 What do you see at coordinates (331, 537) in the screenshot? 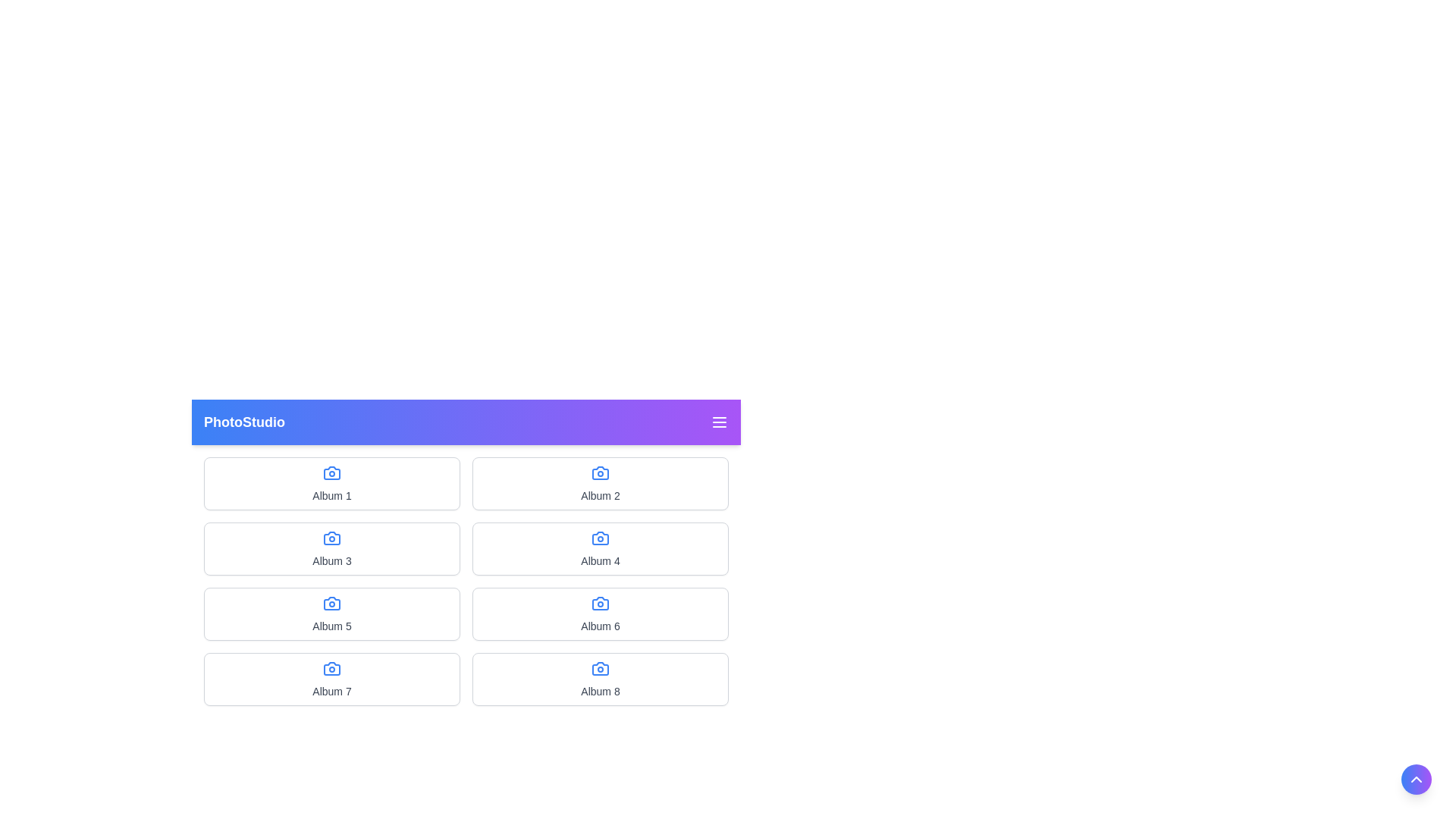
I see `the camera icon which signifies a photo album, located in the third position of the album items grid, above the label 'Album 3'` at bounding box center [331, 537].